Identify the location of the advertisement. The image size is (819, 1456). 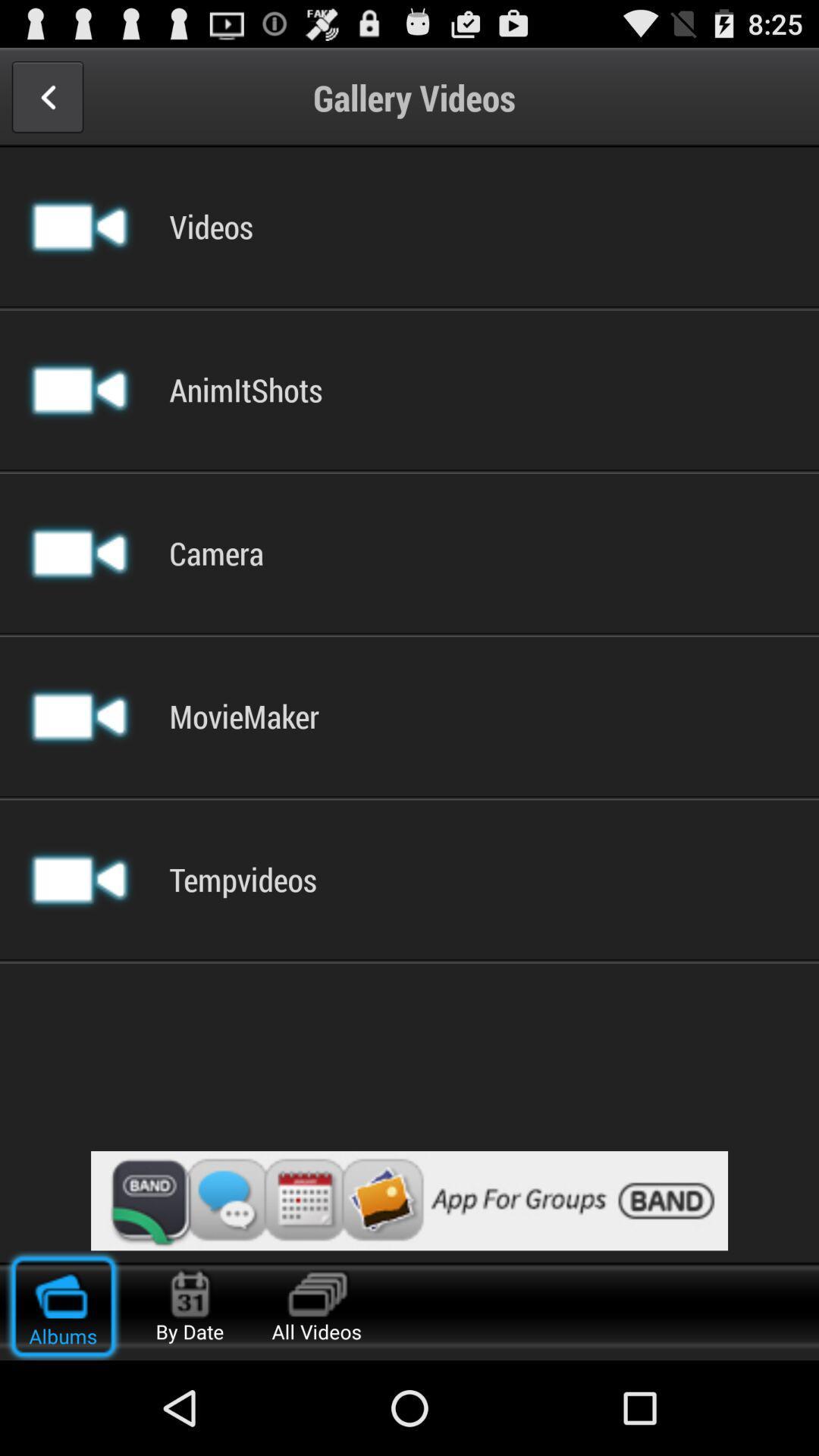
(409, 1200).